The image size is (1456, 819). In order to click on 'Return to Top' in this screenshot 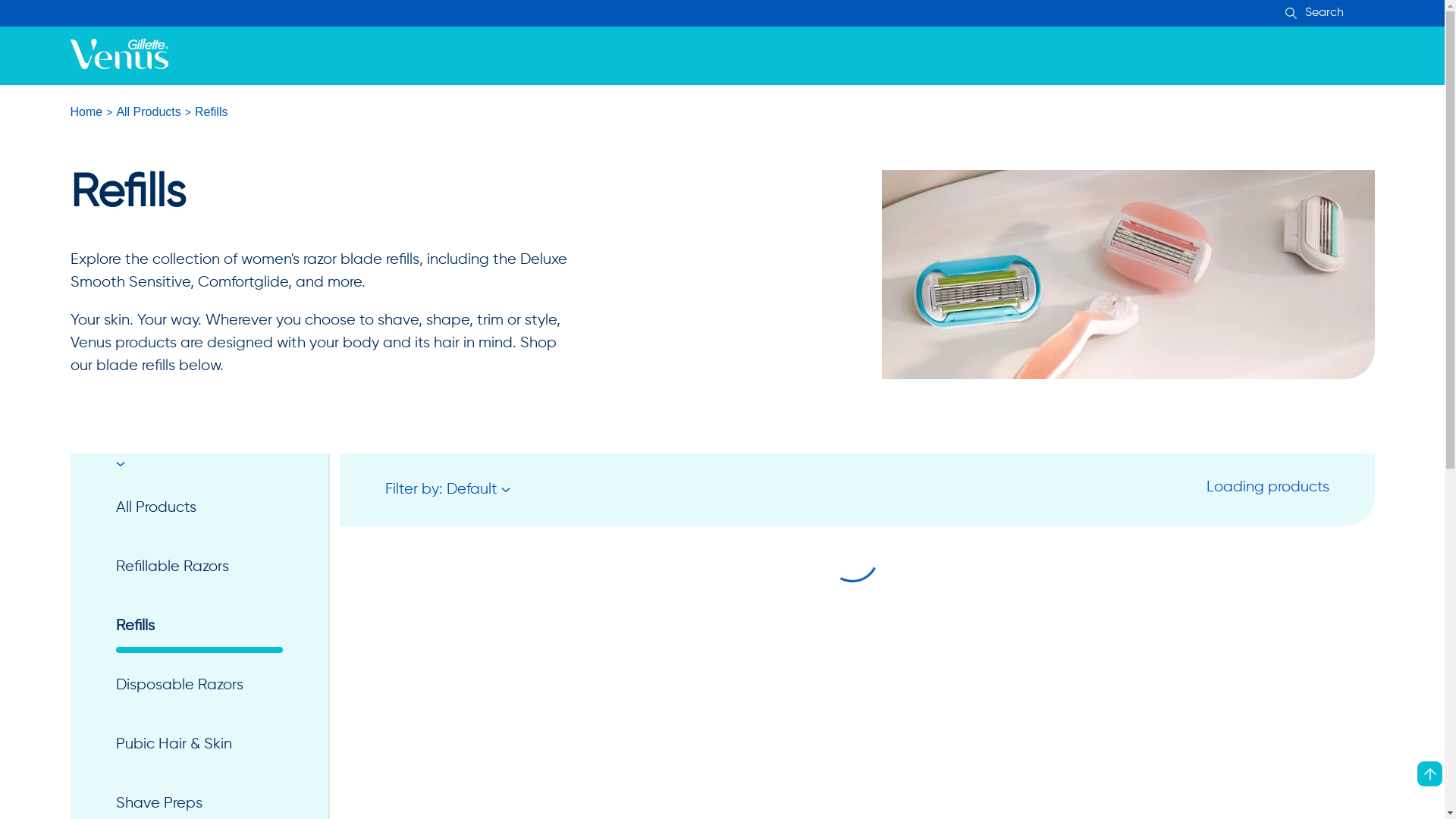, I will do `click(1429, 773)`.